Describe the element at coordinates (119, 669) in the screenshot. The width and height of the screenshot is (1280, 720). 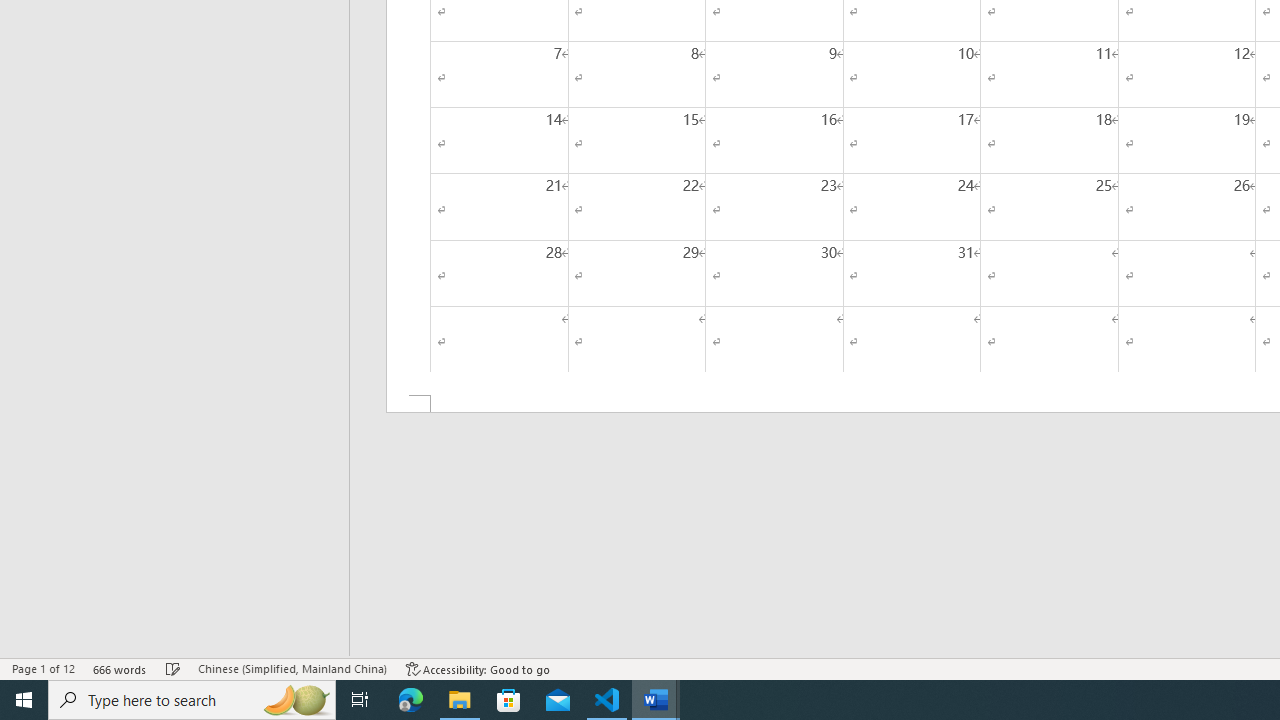
I see `'Word Count 666 words'` at that location.